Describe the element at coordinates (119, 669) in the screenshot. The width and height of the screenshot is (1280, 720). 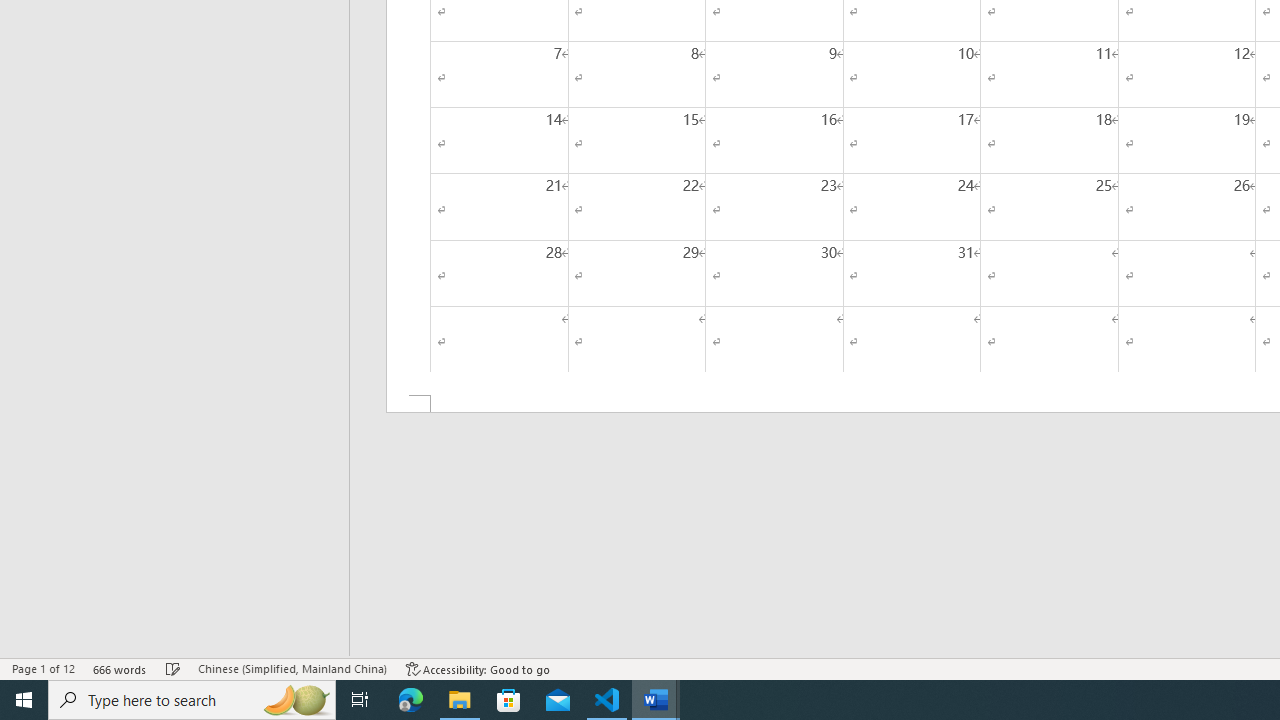
I see `'Word Count 666 words'` at that location.